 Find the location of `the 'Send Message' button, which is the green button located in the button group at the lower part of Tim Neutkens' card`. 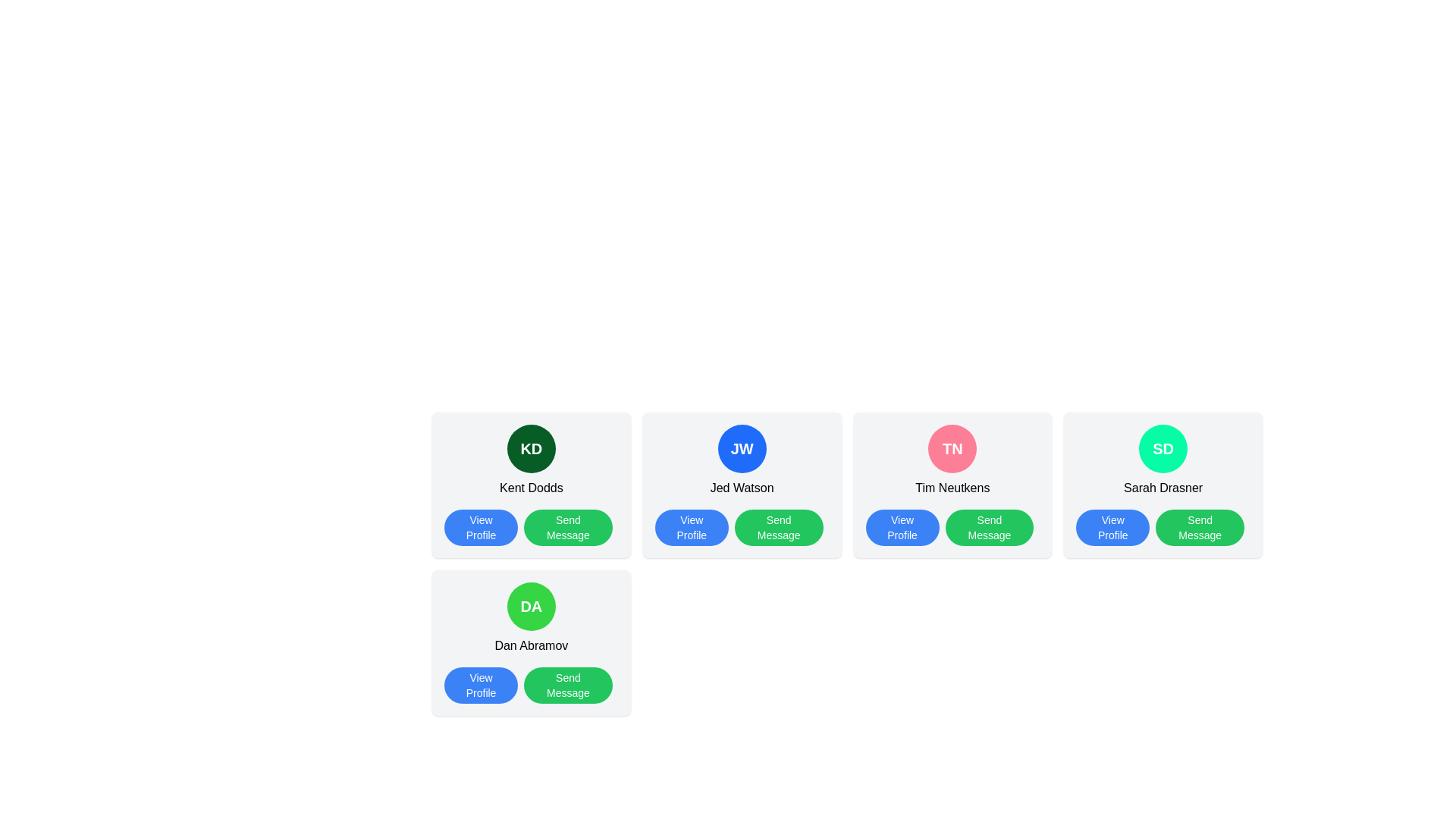

the 'Send Message' button, which is the green button located in the button group at the lower part of Tim Neutkens' card is located at coordinates (952, 526).